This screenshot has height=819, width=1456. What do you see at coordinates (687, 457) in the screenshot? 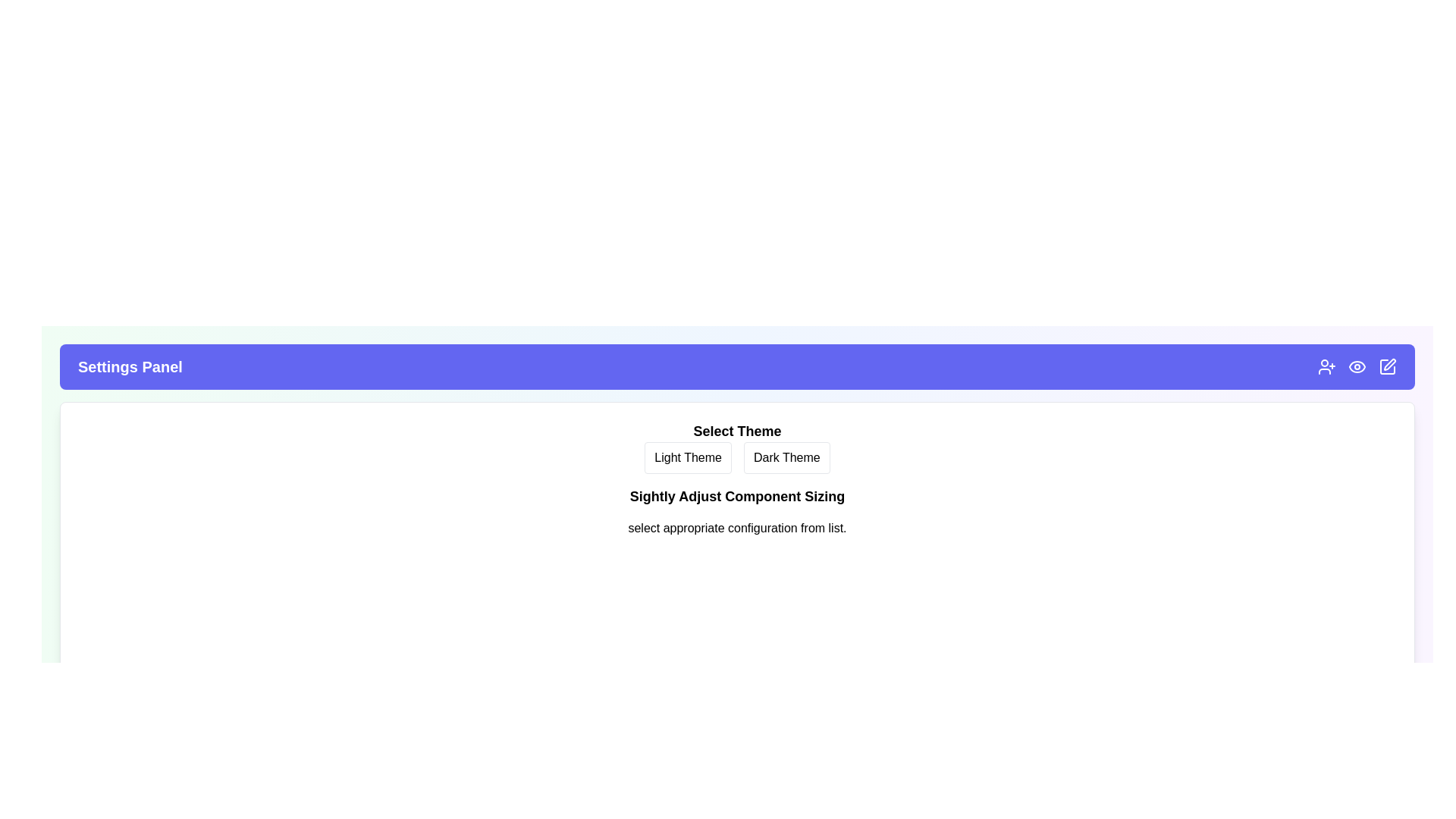
I see `the first button in the group below the 'Select Theme' label` at bounding box center [687, 457].